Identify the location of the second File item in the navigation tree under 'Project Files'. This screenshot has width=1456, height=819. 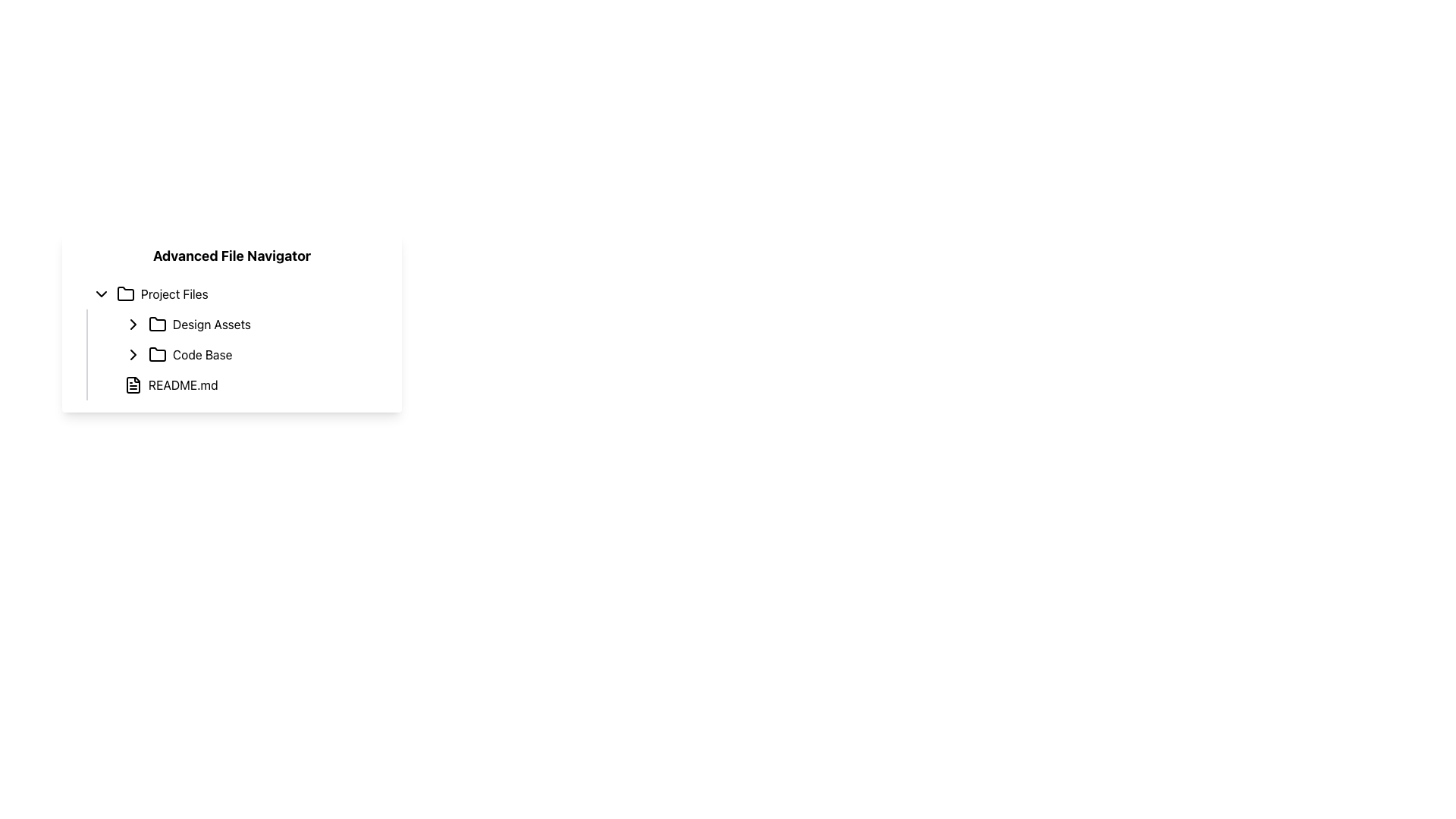
(237, 354).